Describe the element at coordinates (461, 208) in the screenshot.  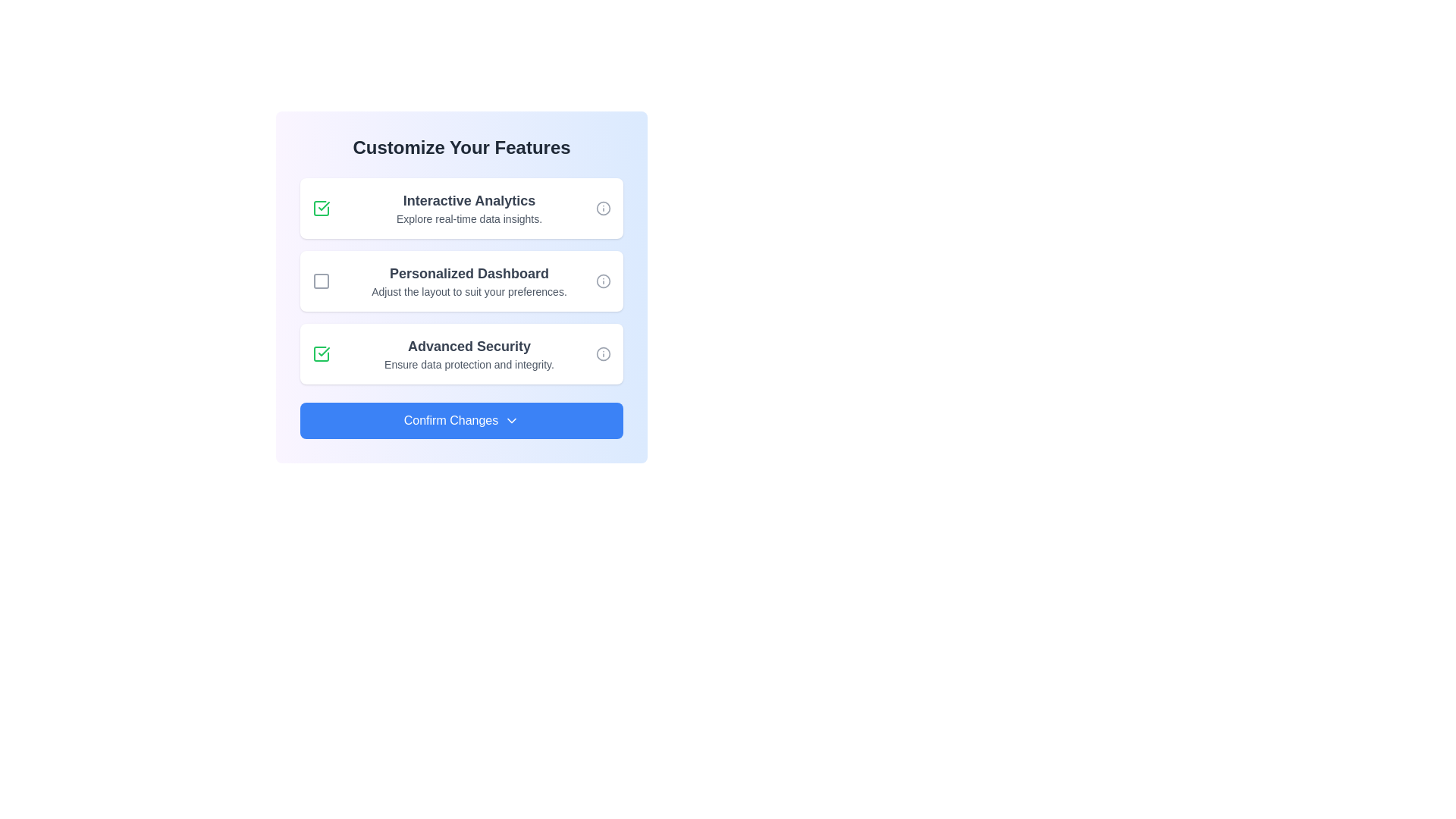
I see `the checkbox located on the left side of the 'Interactive Analytics' informational card, which is the topmost card in a vertical stack of three cards` at that location.